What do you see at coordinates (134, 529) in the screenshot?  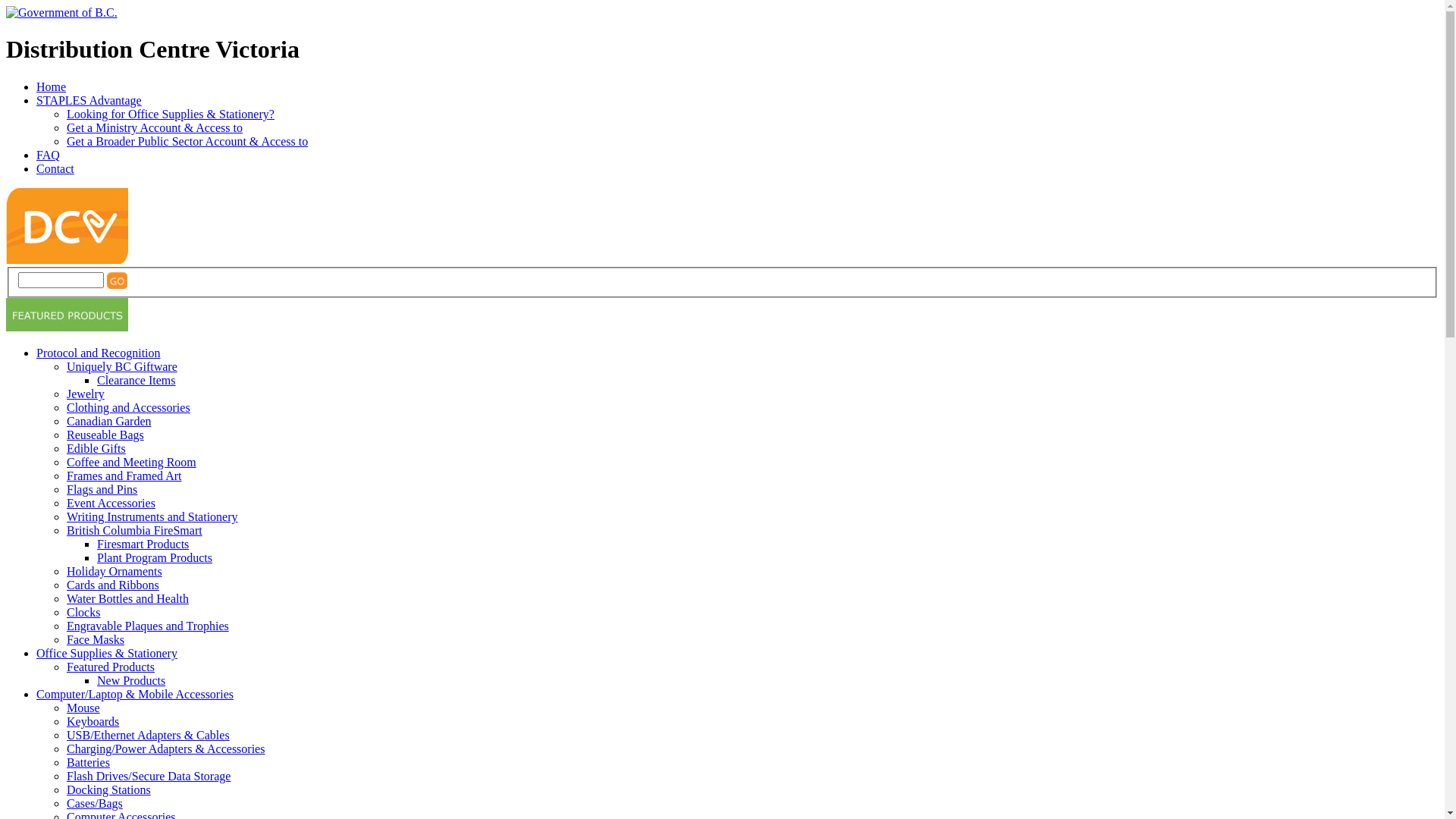 I see `'British Columbia FireSmart'` at bounding box center [134, 529].